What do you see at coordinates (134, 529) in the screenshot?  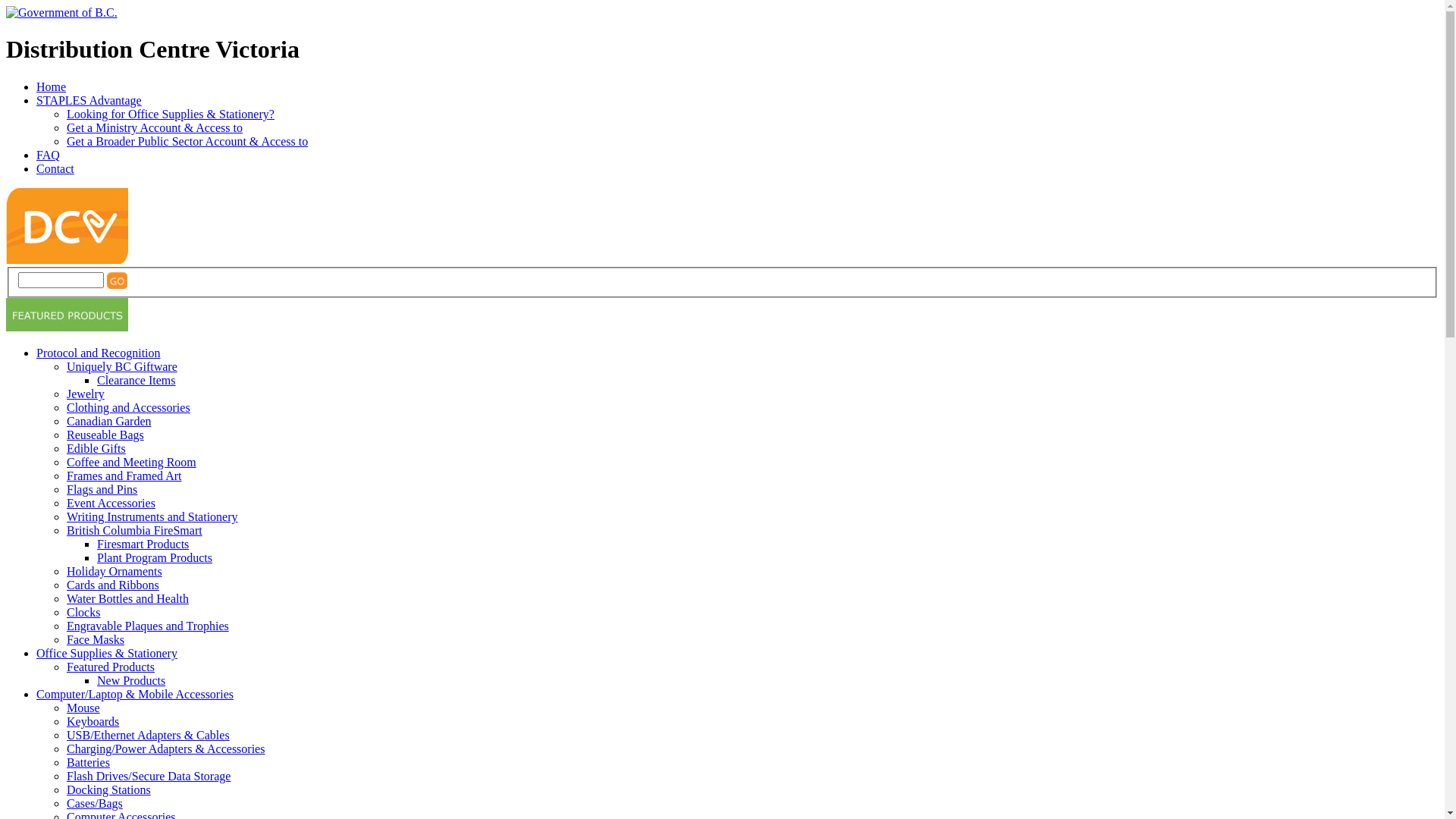 I see `'British Columbia FireSmart'` at bounding box center [134, 529].